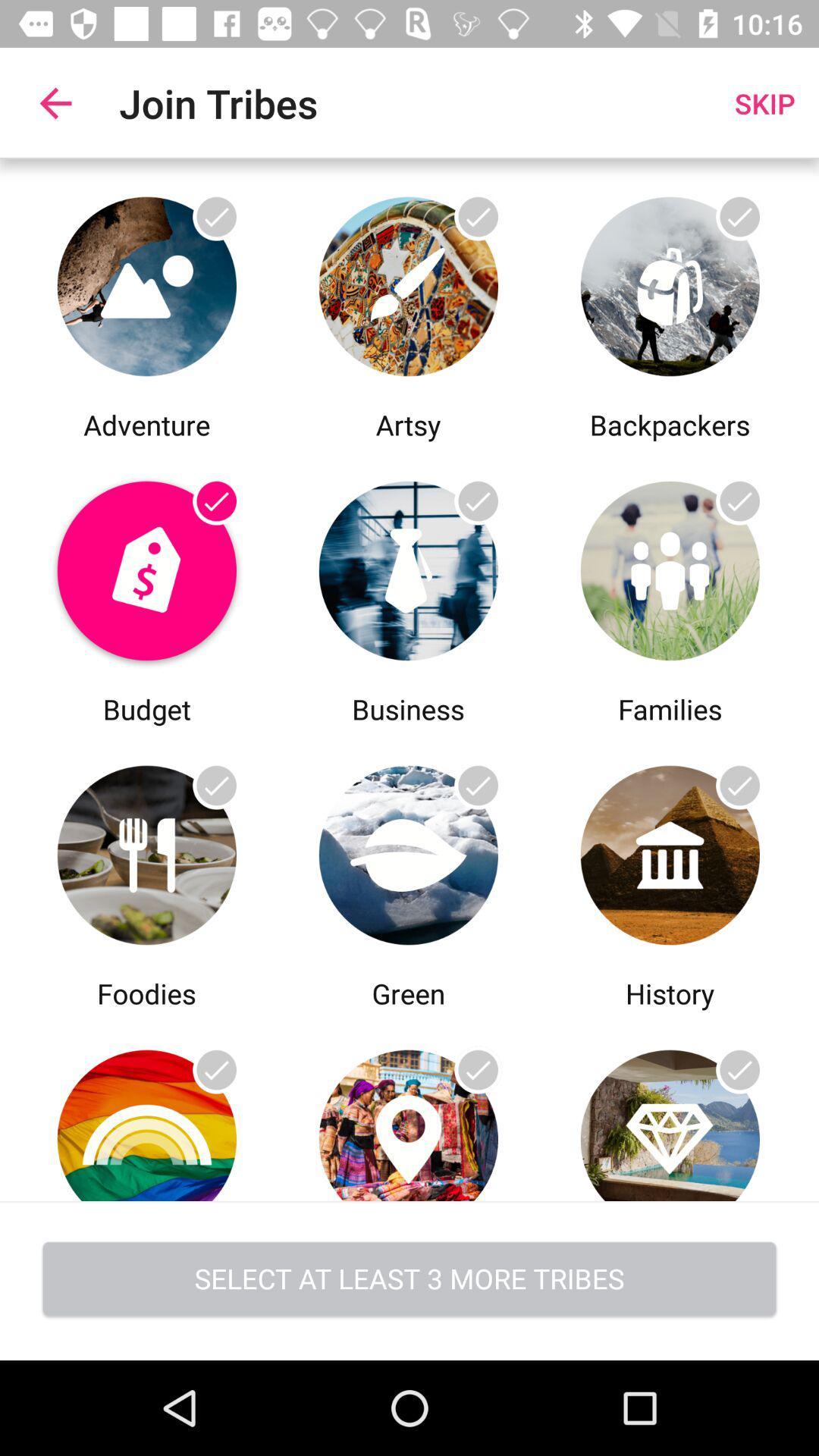 The image size is (819, 1456). I want to click on app next to join tribes, so click(55, 102).